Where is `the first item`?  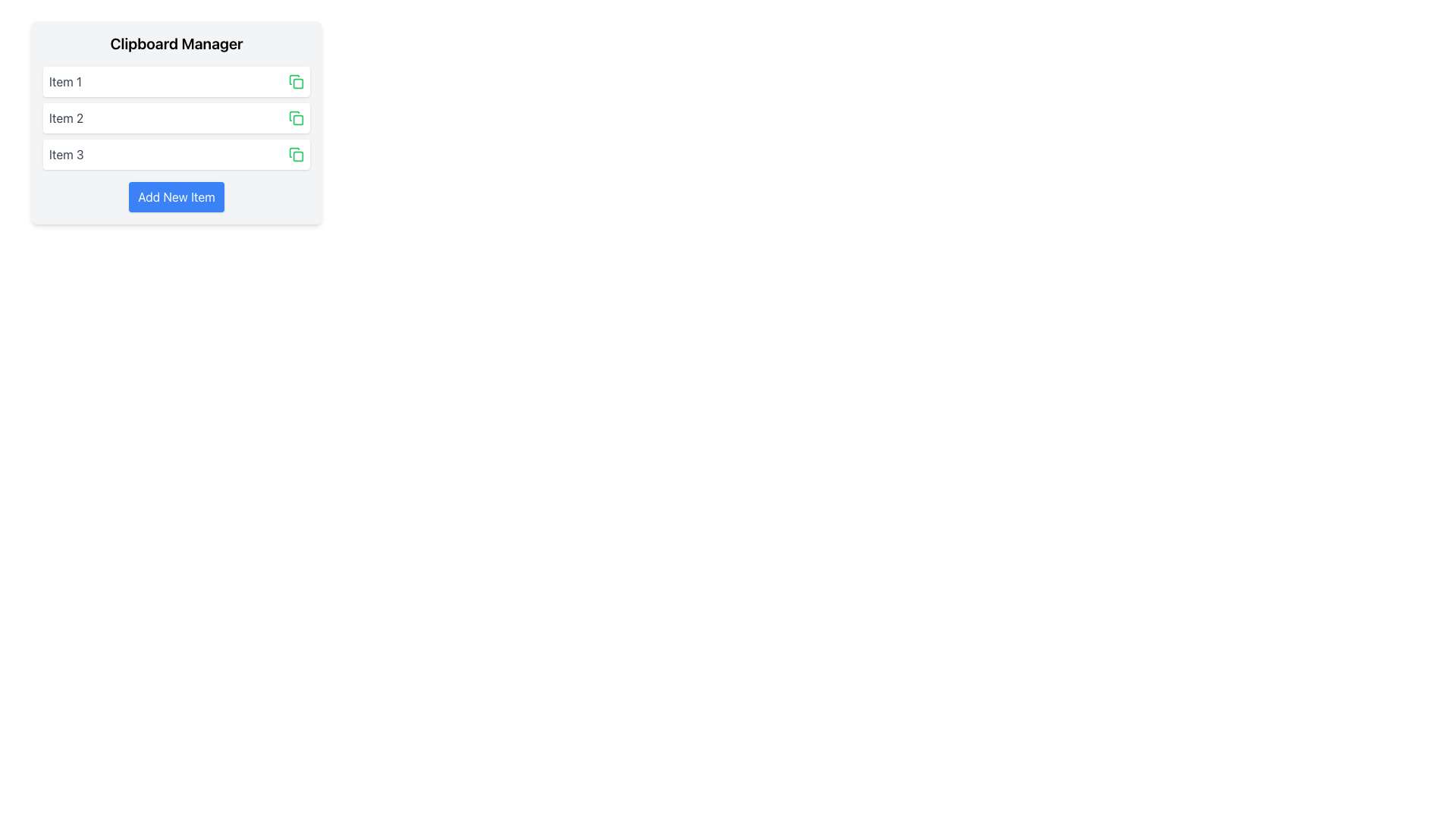 the first item is located at coordinates (177, 82).